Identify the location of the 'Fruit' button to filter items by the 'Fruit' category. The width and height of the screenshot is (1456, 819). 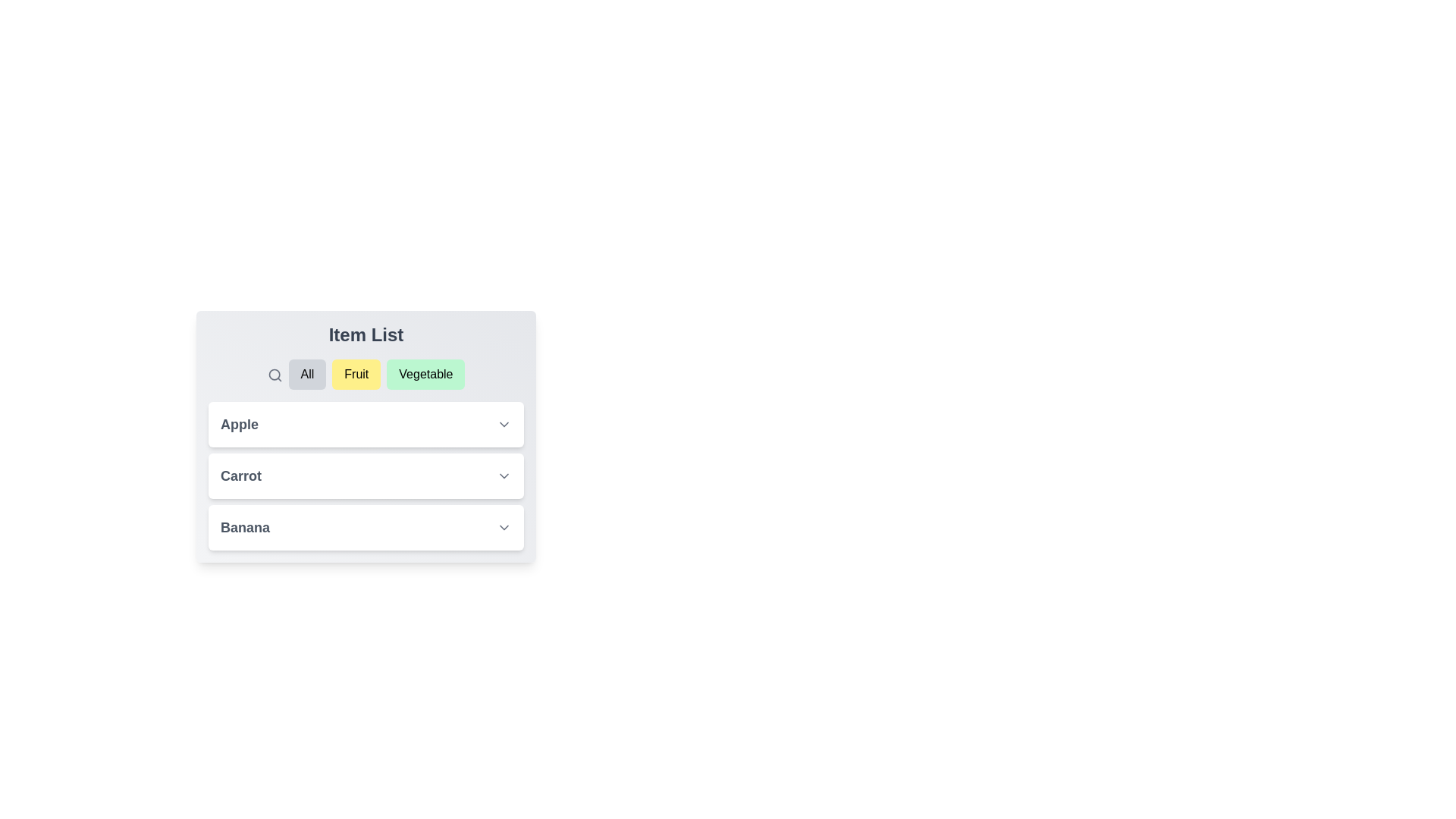
(356, 374).